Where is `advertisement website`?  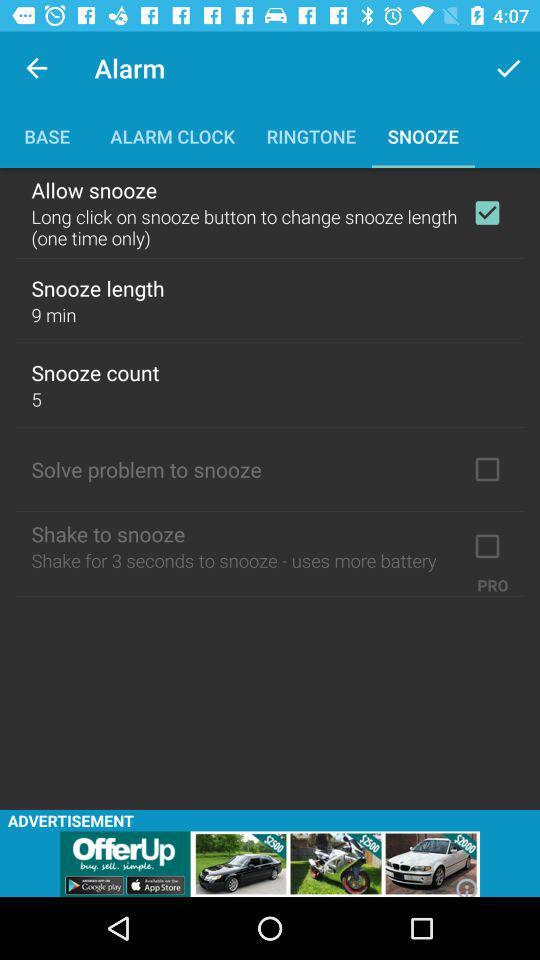 advertisement website is located at coordinates (270, 863).